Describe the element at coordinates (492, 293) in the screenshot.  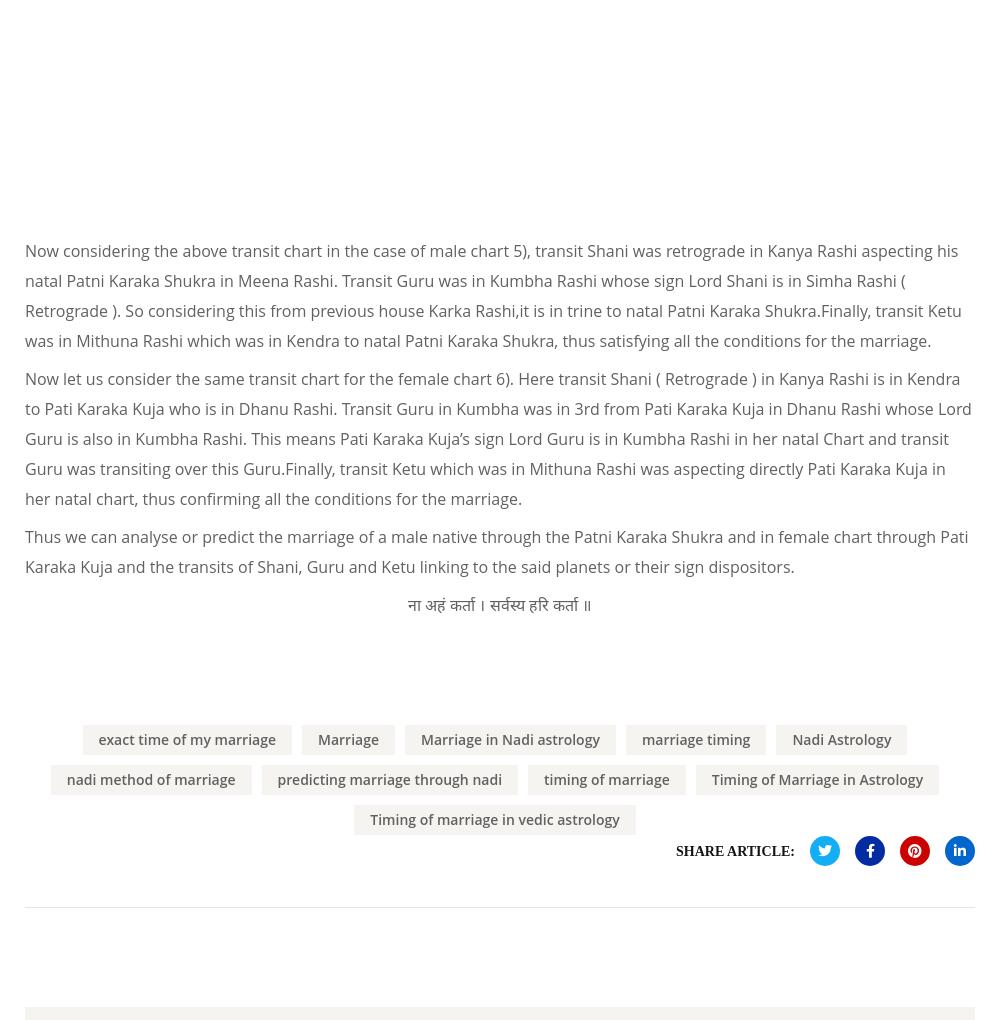
I see `'Now considering the above transit chart in the case of male chart 5), transit Shani was retrograde in Kanya Rashi aspecting his natal Patni Karaka Shukra in Meena Rashi. Transit Guru was in Kumbha Rashi whose sign Lord Shani is in Simha Rashi ( Retrograde ). So considering this from previous house Karka Rashi,it is in trine to natal Patni Karaka Shukra.Finally, transit Ketu was in Mithuna Rashi which was in Kendra to natal Patni Karaka Shukra, thus satisfying all the conditions for the marriage.'` at that location.